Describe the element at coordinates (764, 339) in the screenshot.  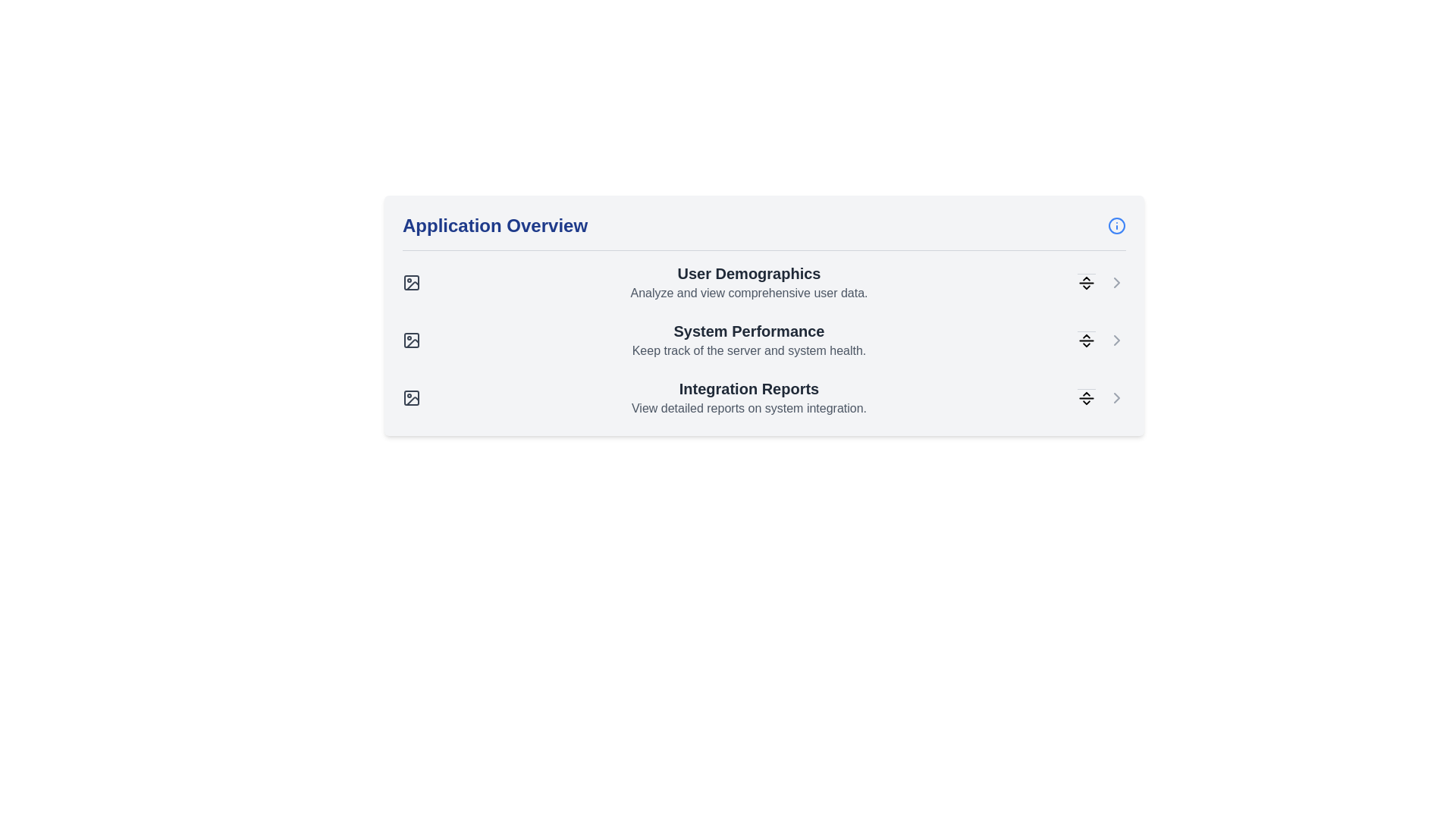
I see `the 'System Performance' information display element, which features a bold title and a subtitle` at that location.